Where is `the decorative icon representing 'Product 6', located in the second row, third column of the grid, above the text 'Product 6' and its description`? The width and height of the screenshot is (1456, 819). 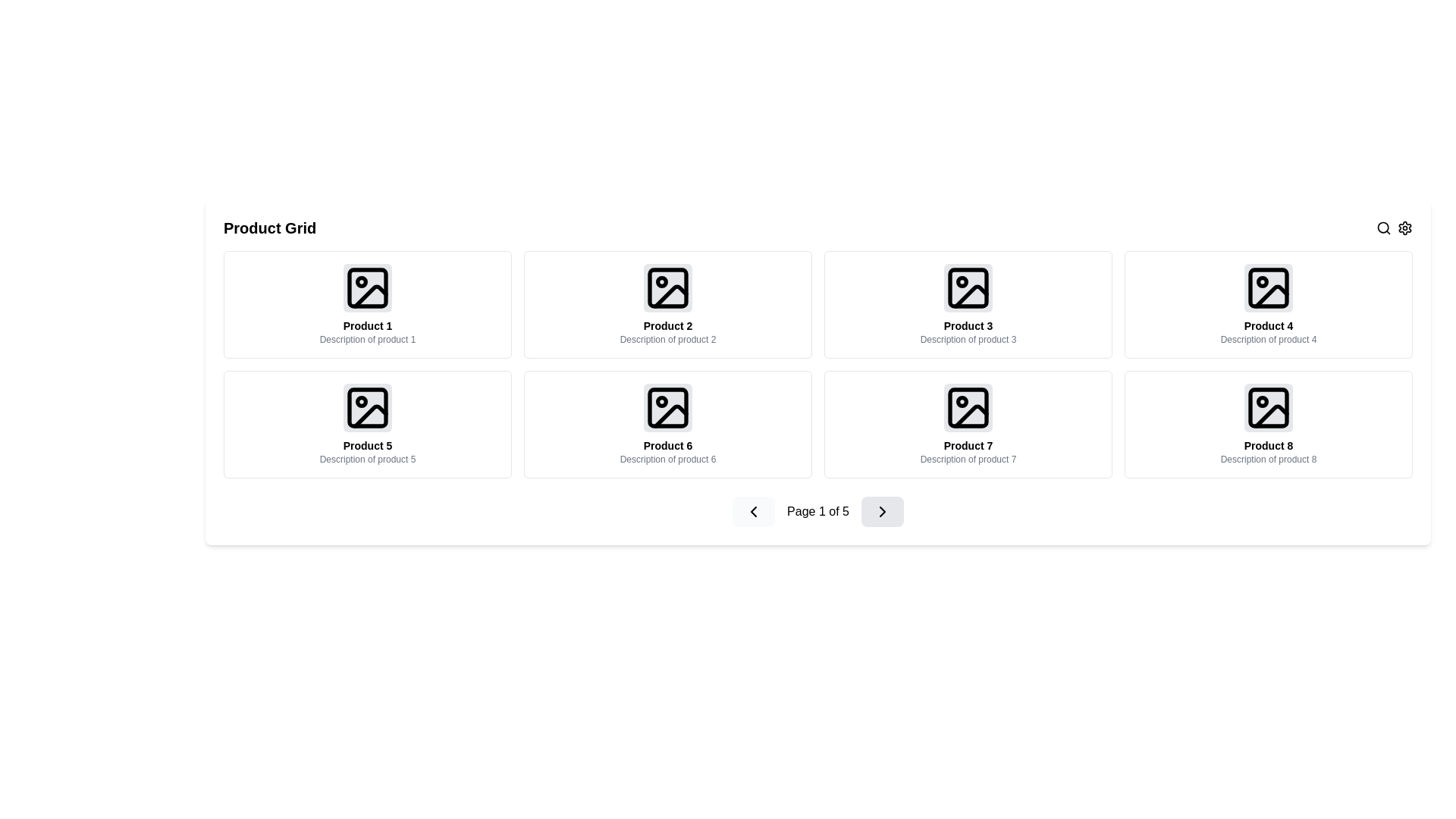
the decorative icon representing 'Product 6', located in the second row, third column of the grid, above the text 'Product 6' and its description is located at coordinates (667, 406).